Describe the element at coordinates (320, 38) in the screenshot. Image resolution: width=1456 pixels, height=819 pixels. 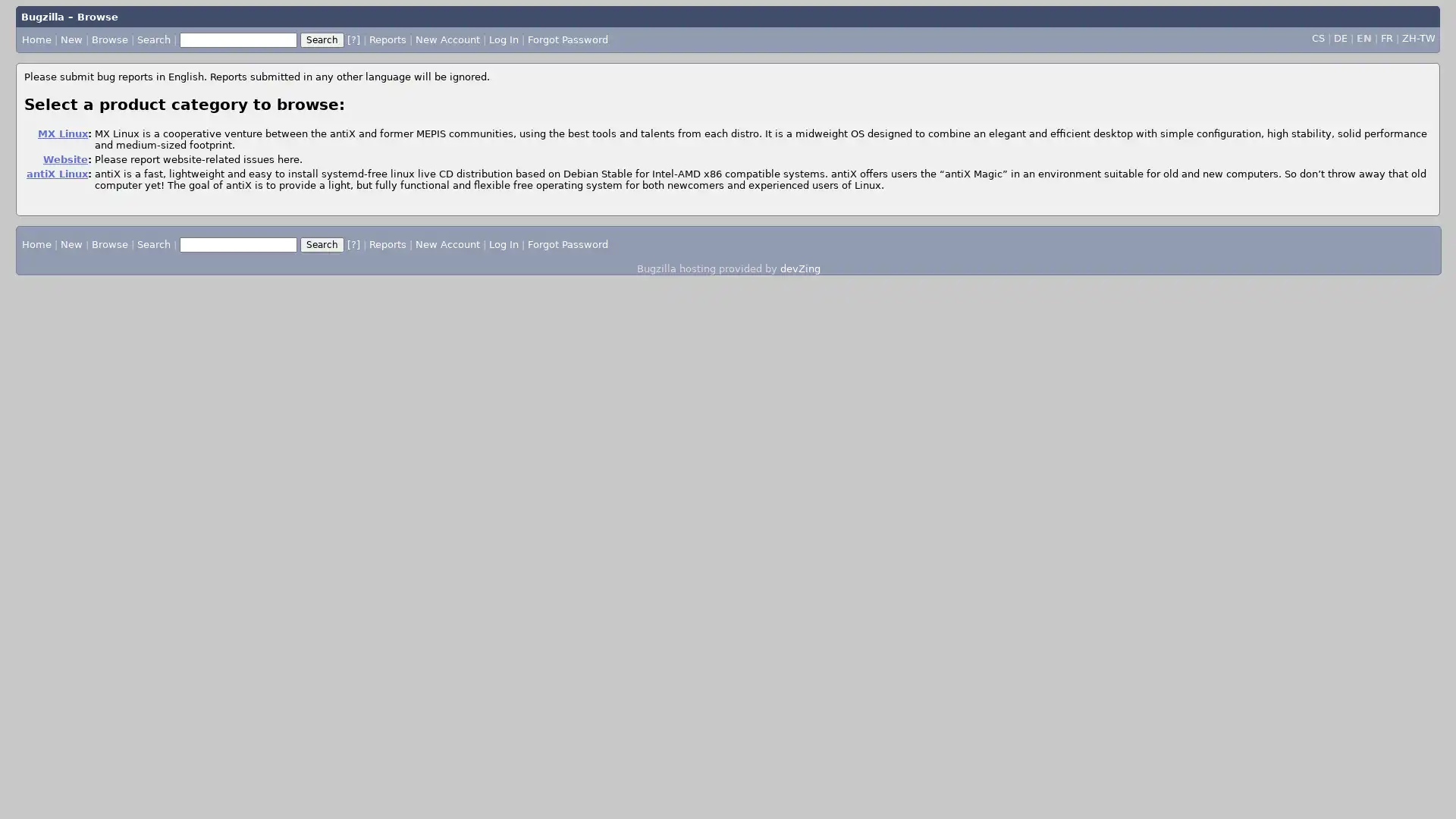
I see `Search` at that location.